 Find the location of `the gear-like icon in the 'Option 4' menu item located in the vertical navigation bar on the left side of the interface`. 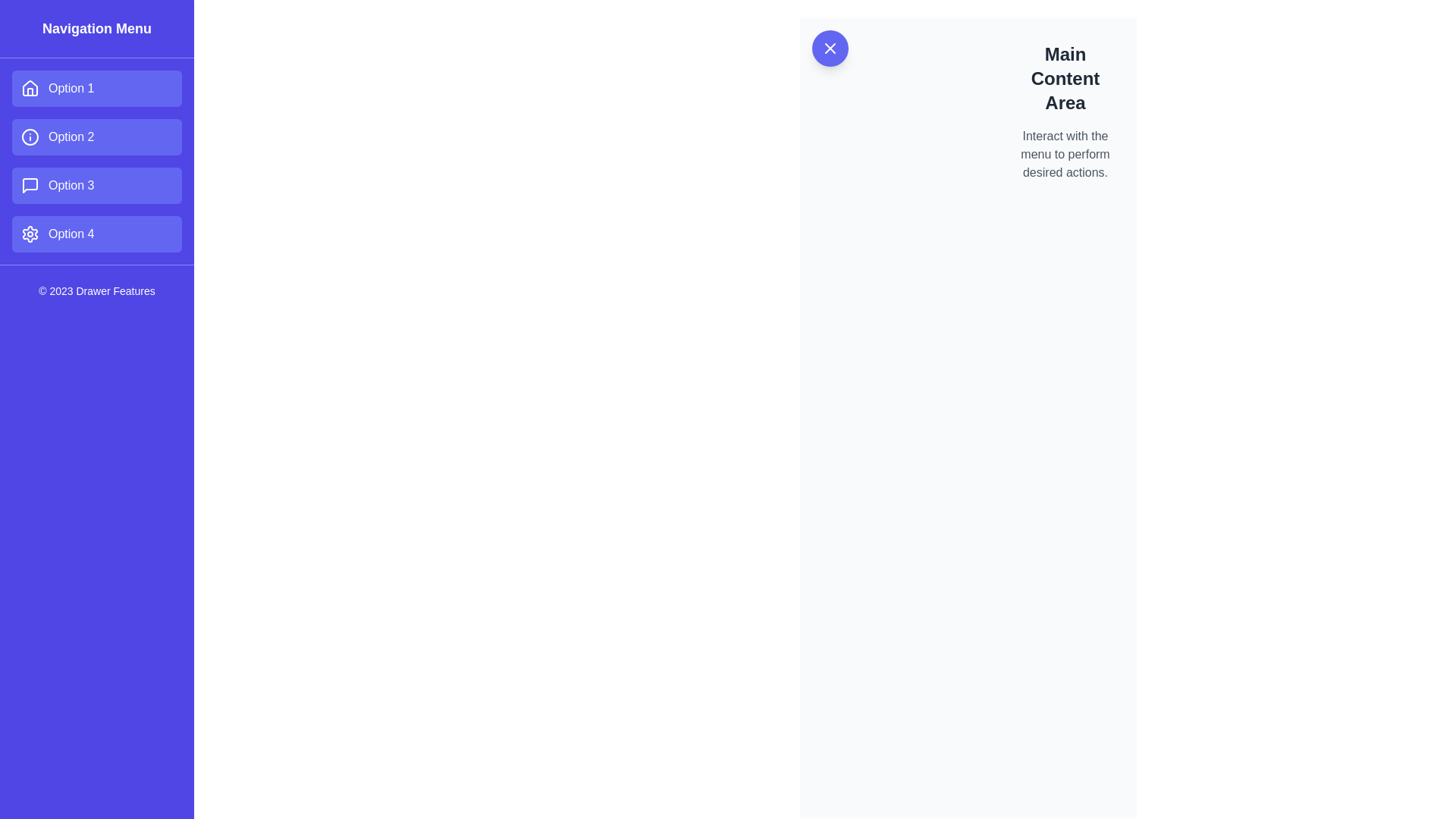

the gear-like icon in the 'Option 4' menu item located in the vertical navigation bar on the left side of the interface is located at coordinates (30, 234).